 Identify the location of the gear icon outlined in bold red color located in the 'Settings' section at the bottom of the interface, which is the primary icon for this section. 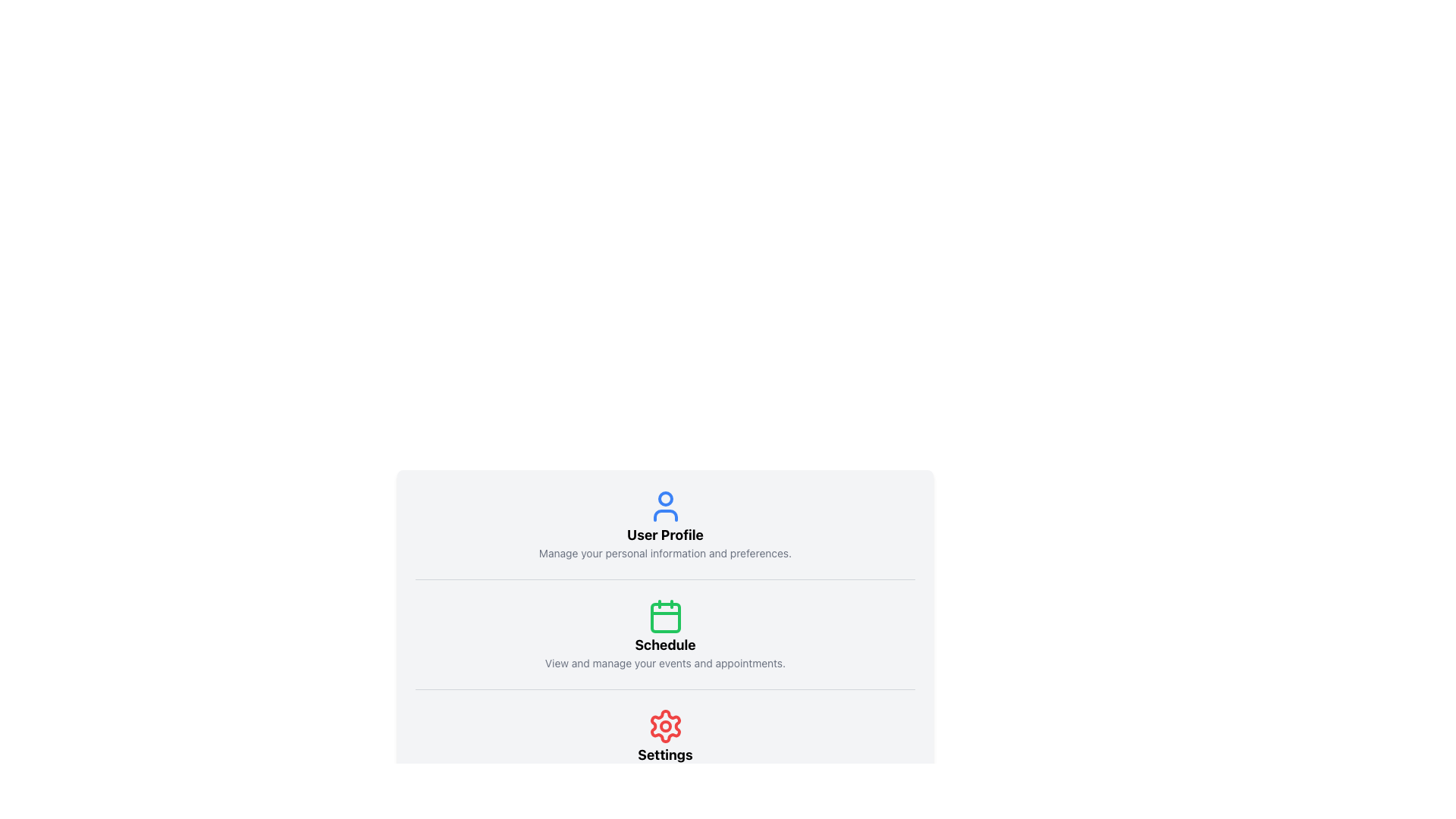
(665, 725).